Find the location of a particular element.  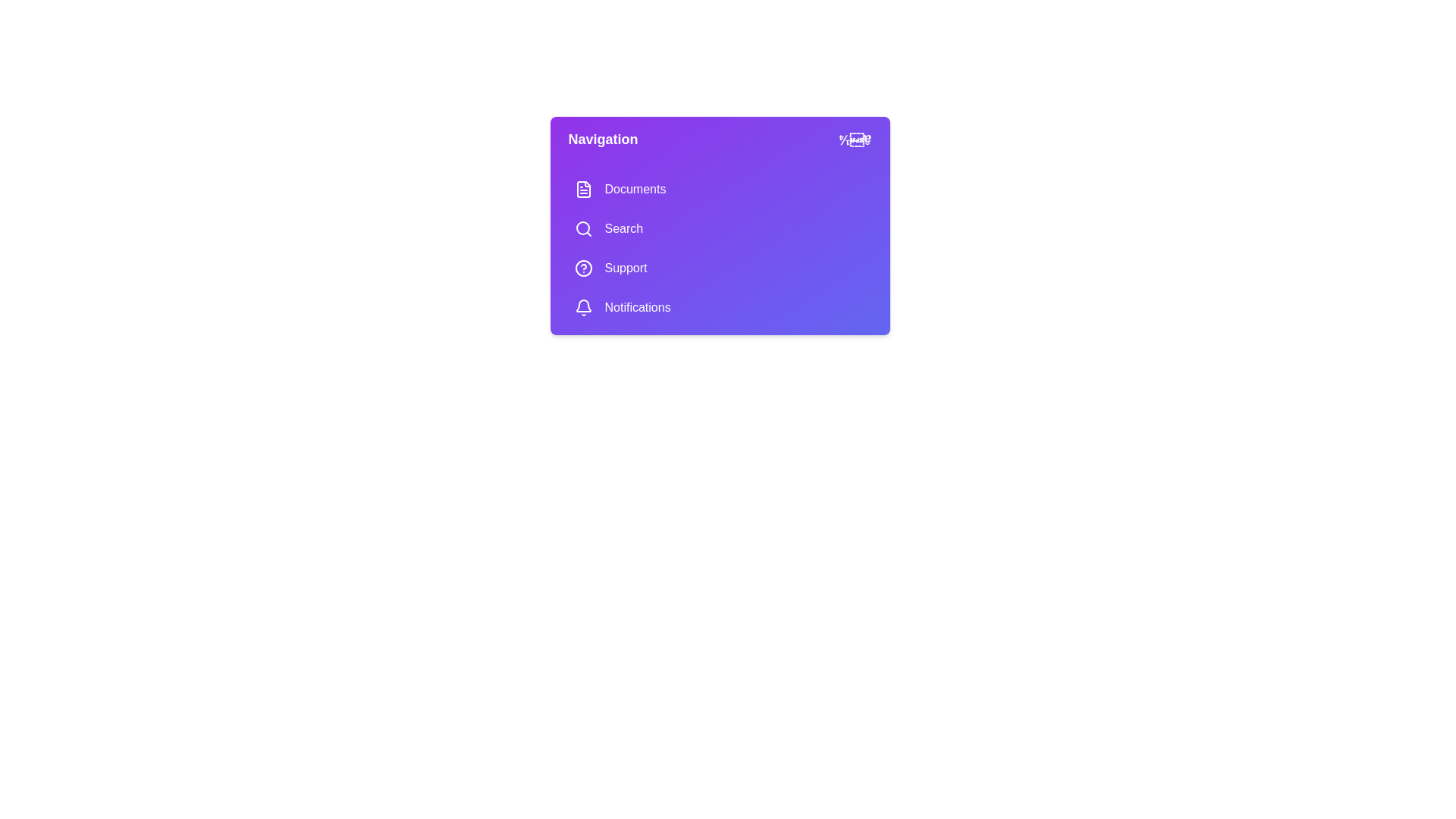

the menu item Support to observe the visual feedback is located at coordinates (719, 268).